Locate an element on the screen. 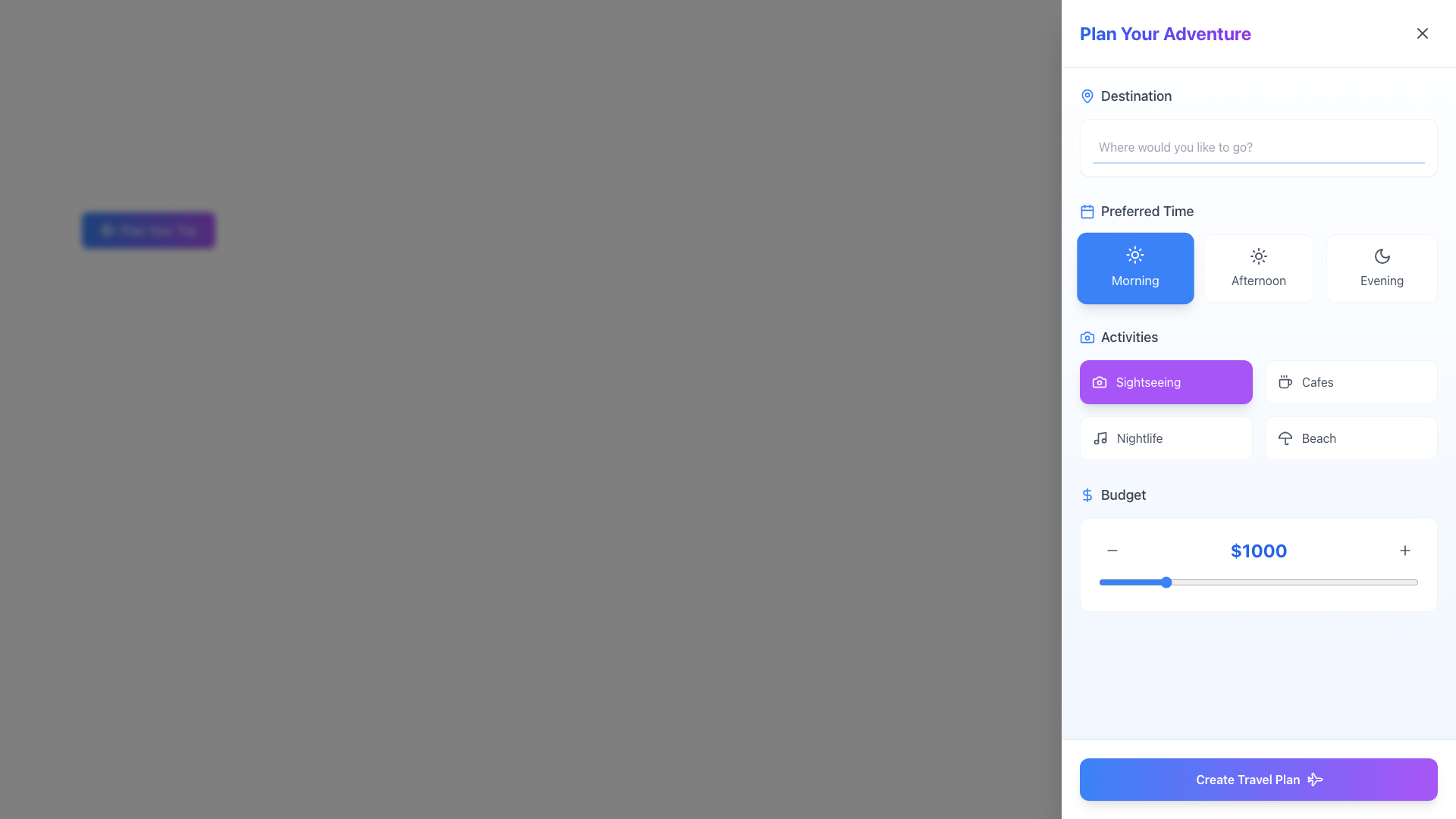 The image size is (1456, 819). the decrement button located to the left of the '$1000' text to decrease the associated budget value is located at coordinates (1112, 550).